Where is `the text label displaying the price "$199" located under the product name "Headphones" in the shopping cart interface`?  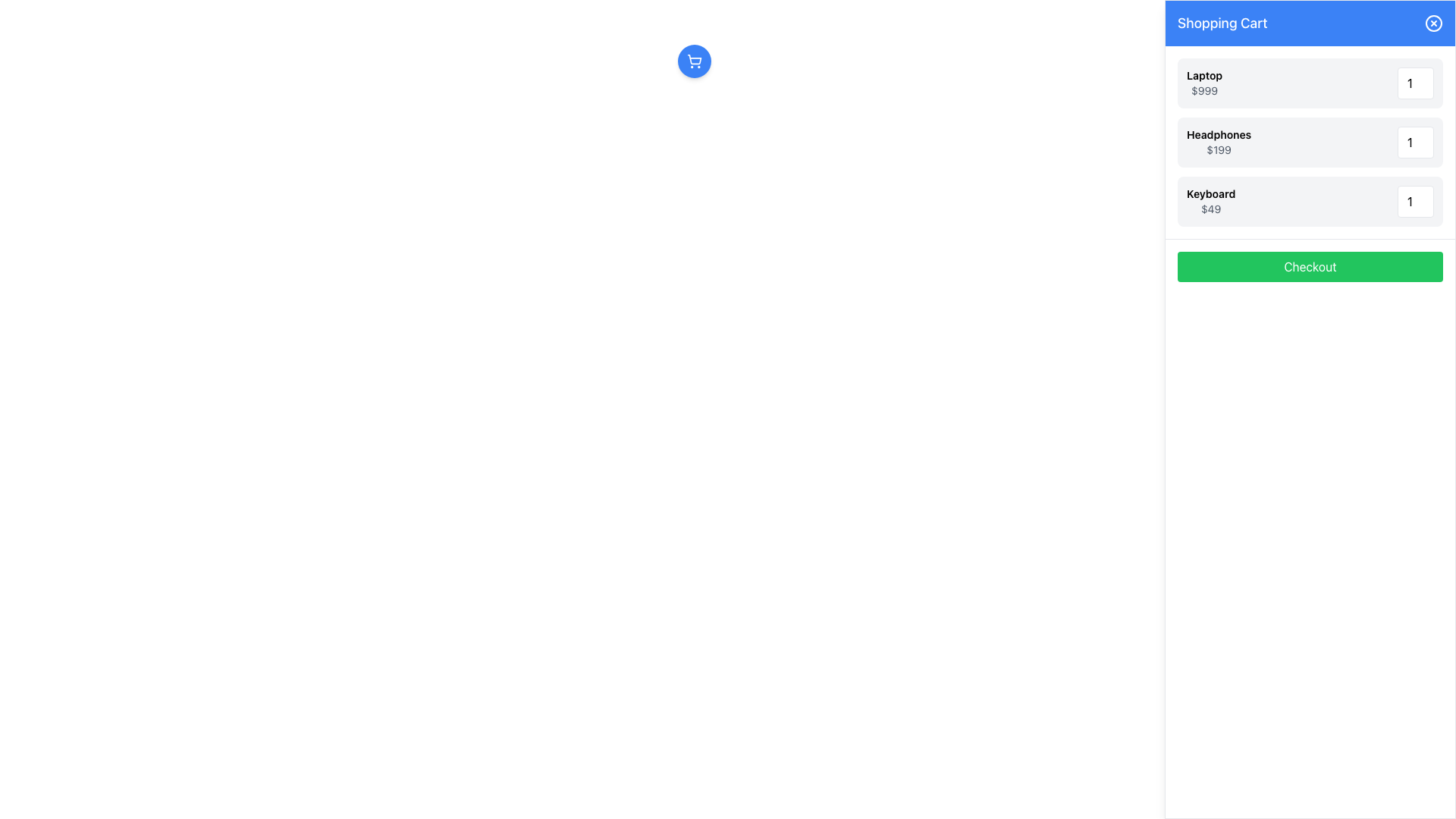 the text label displaying the price "$199" located under the product name "Headphones" in the shopping cart interface is located at coordinates (1219, 149).